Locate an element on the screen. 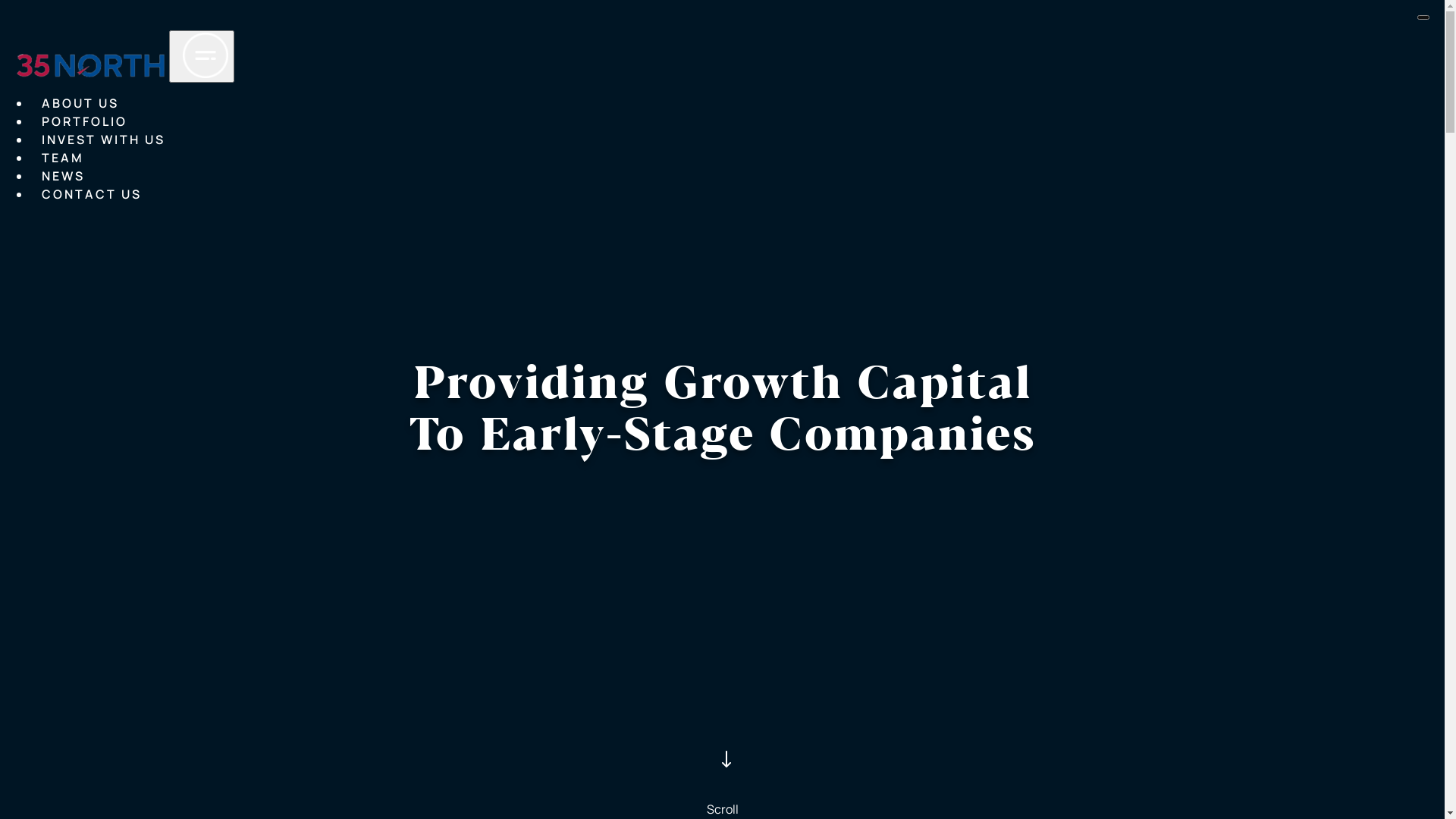  'NEWS' is located at coordinates (62, 175).